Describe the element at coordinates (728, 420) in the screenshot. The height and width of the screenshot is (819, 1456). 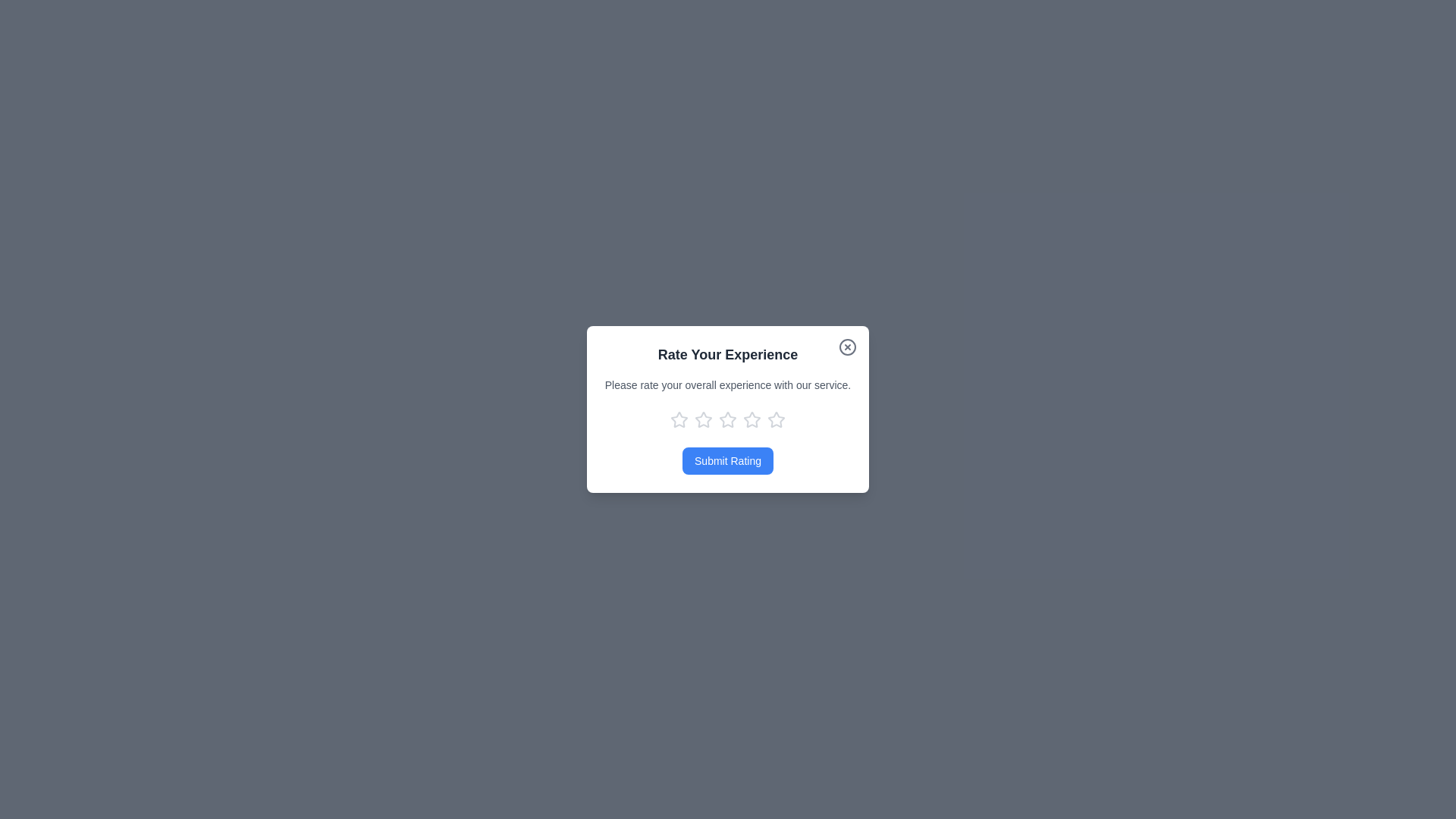
I see `the star corresponding to the rating 3 to provide a rating` at that location.